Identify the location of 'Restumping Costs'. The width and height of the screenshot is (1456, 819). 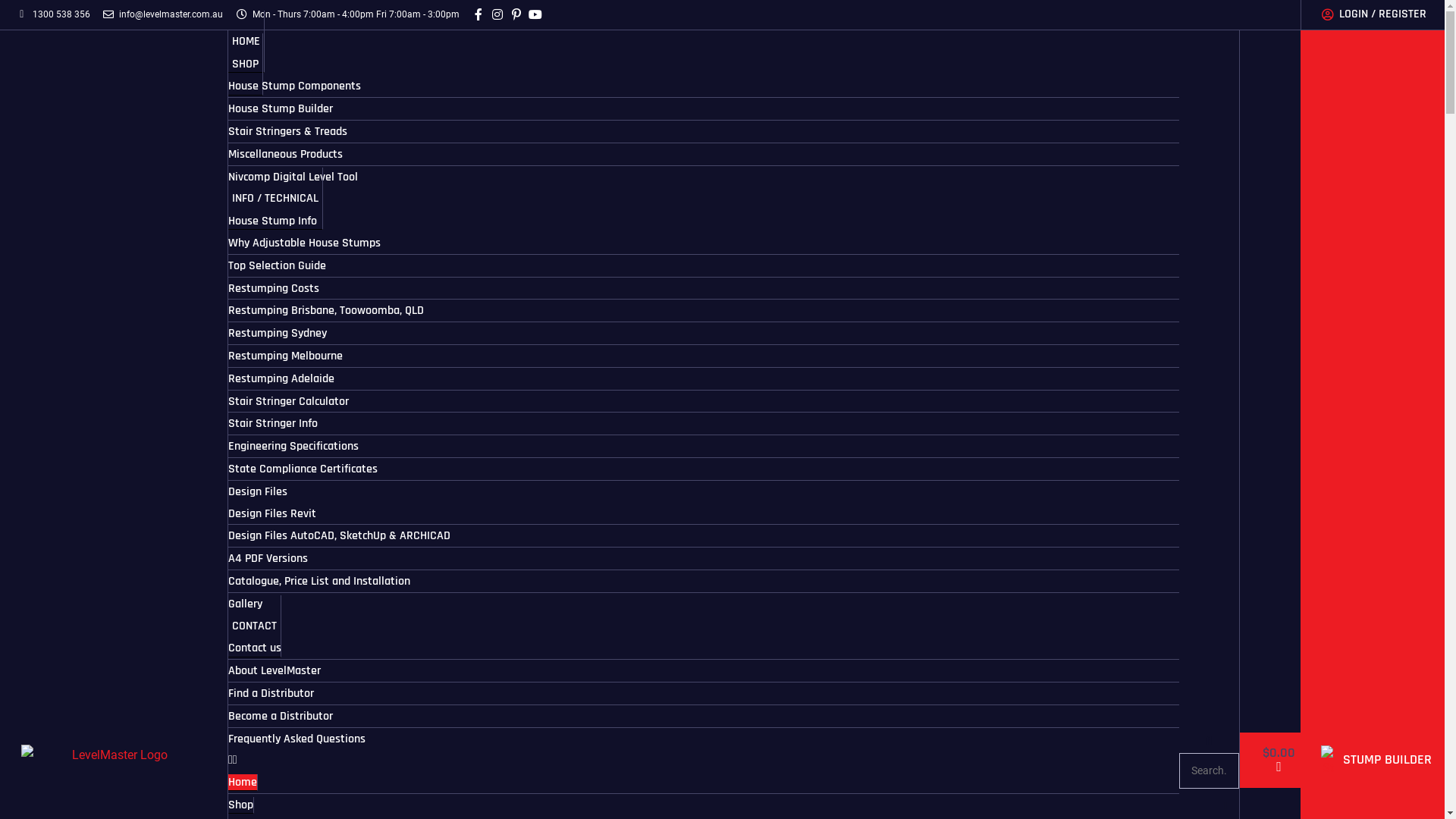
(273, 288).